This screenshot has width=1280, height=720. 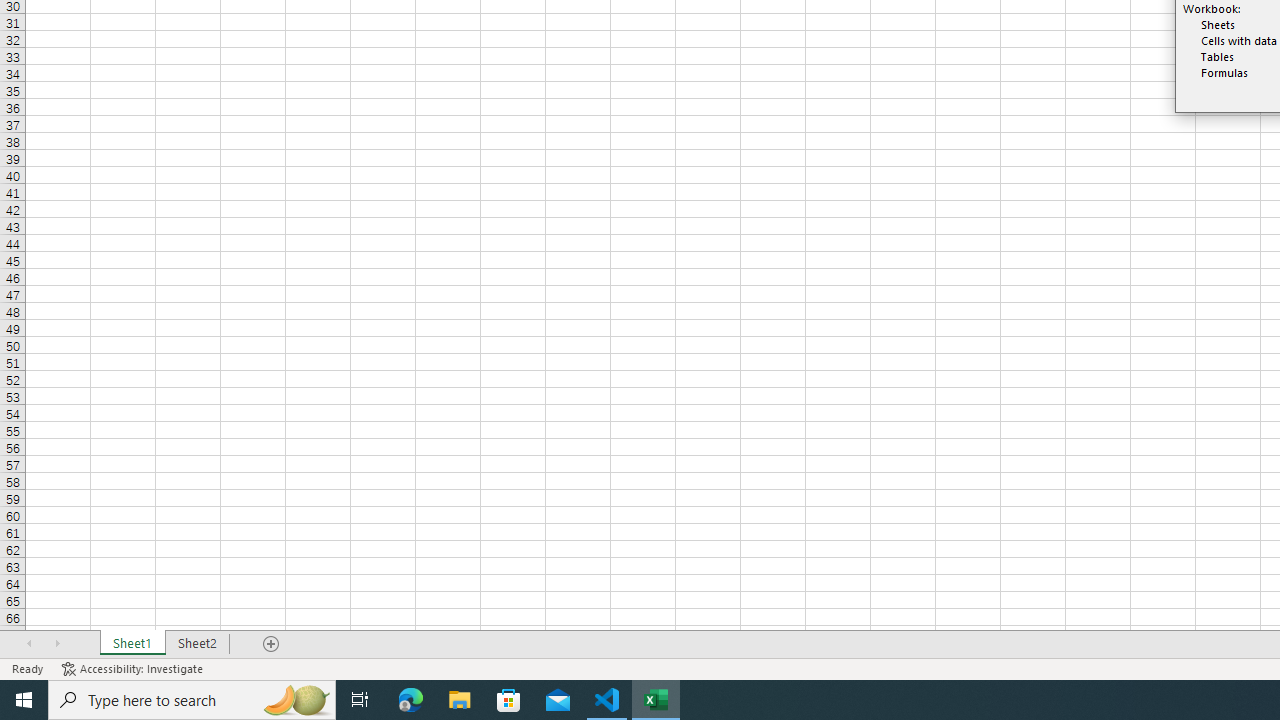 I want to click on 'Sheet2', so click(x=197, y=644).